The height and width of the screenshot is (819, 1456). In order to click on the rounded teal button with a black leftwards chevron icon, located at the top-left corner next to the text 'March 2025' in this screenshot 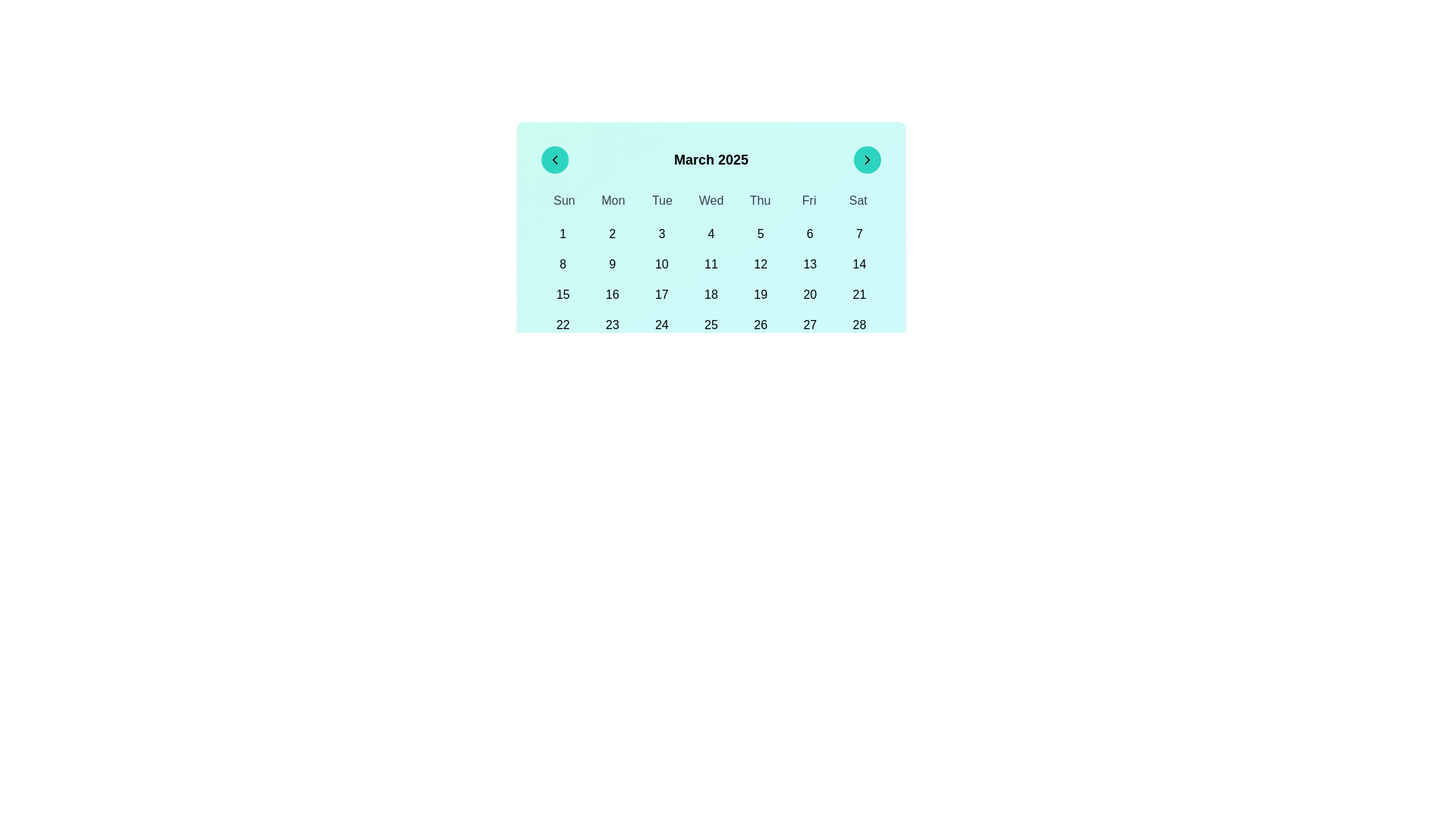, I will do `click(554, 160)`.